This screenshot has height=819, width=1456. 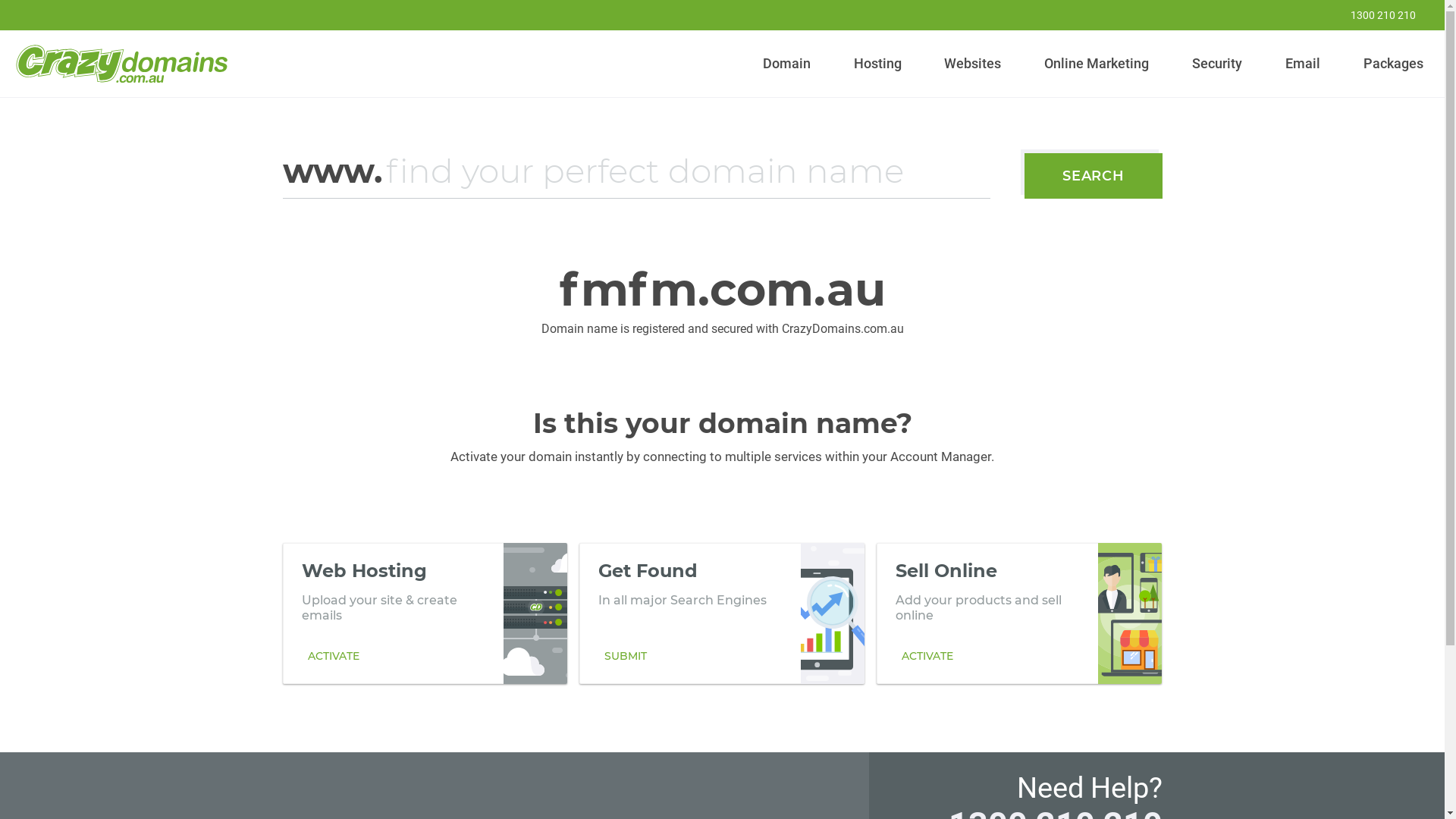 I want to click on 'Hosting', so click(x=877, y=63).